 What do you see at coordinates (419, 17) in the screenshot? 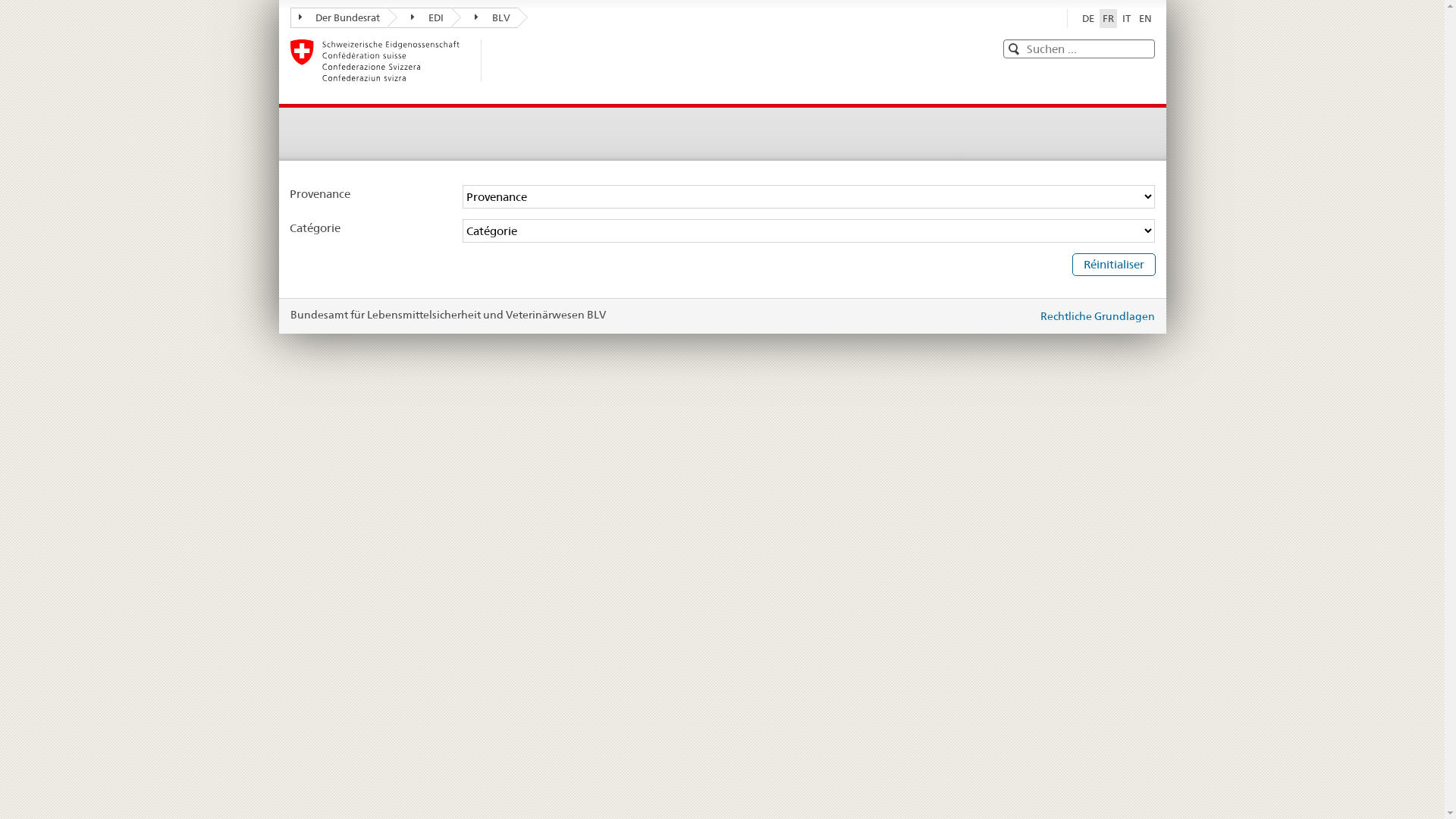
I see `'EDI'` at bounding box center [419, 17].